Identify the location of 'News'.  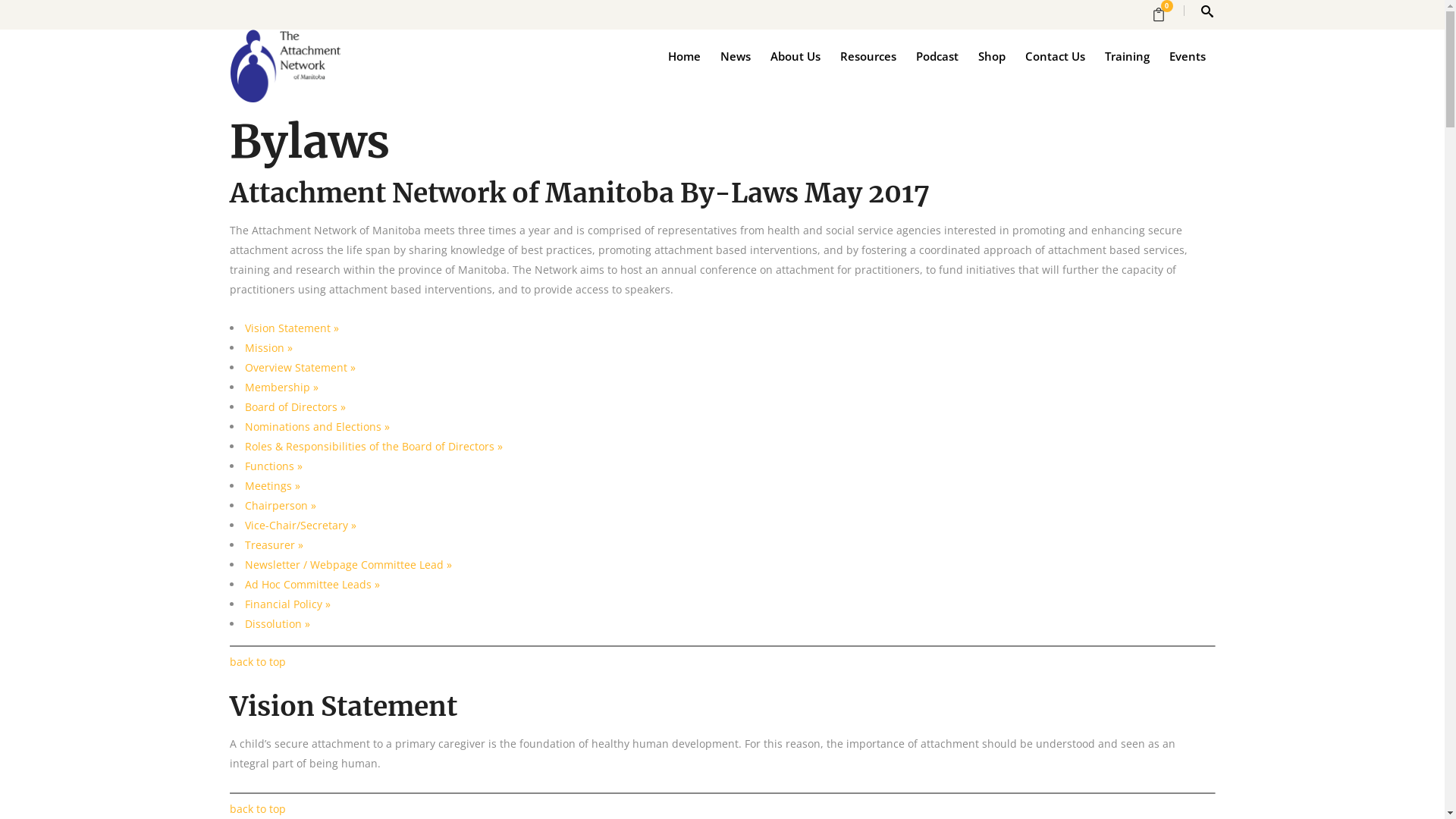
(709, 55).